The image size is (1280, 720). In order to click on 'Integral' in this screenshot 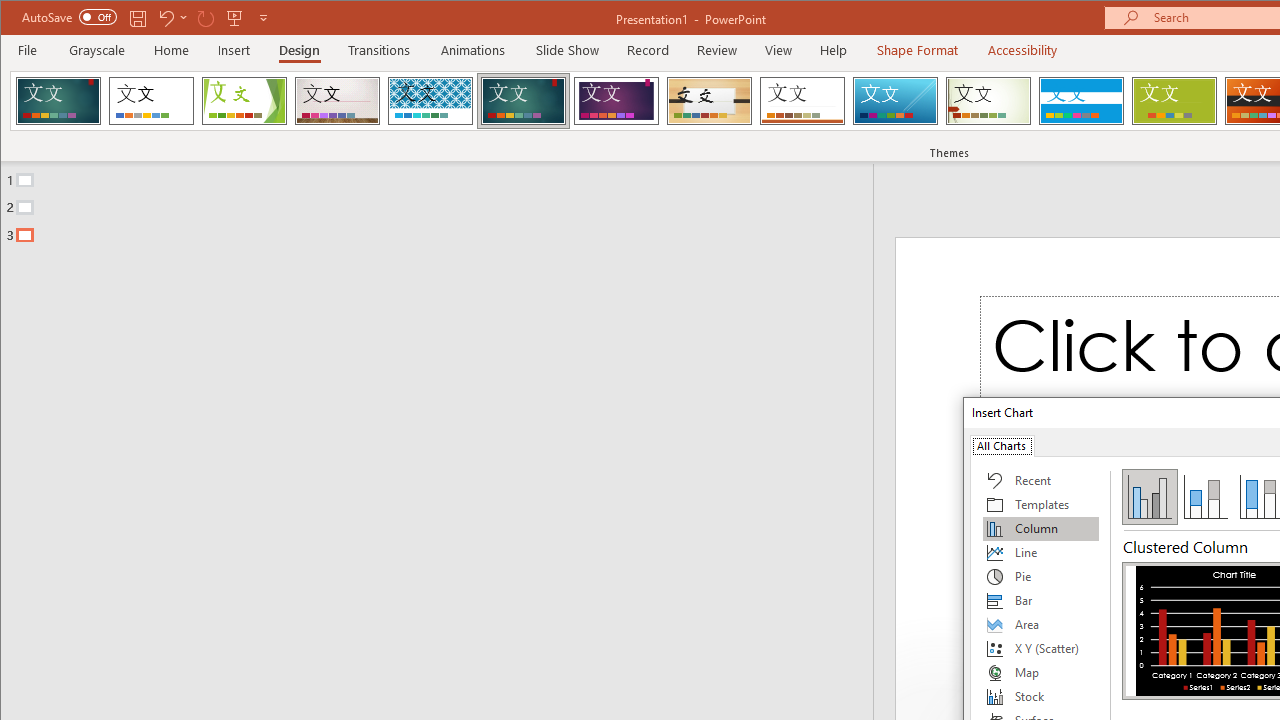, I will do `click(429, 100)`.